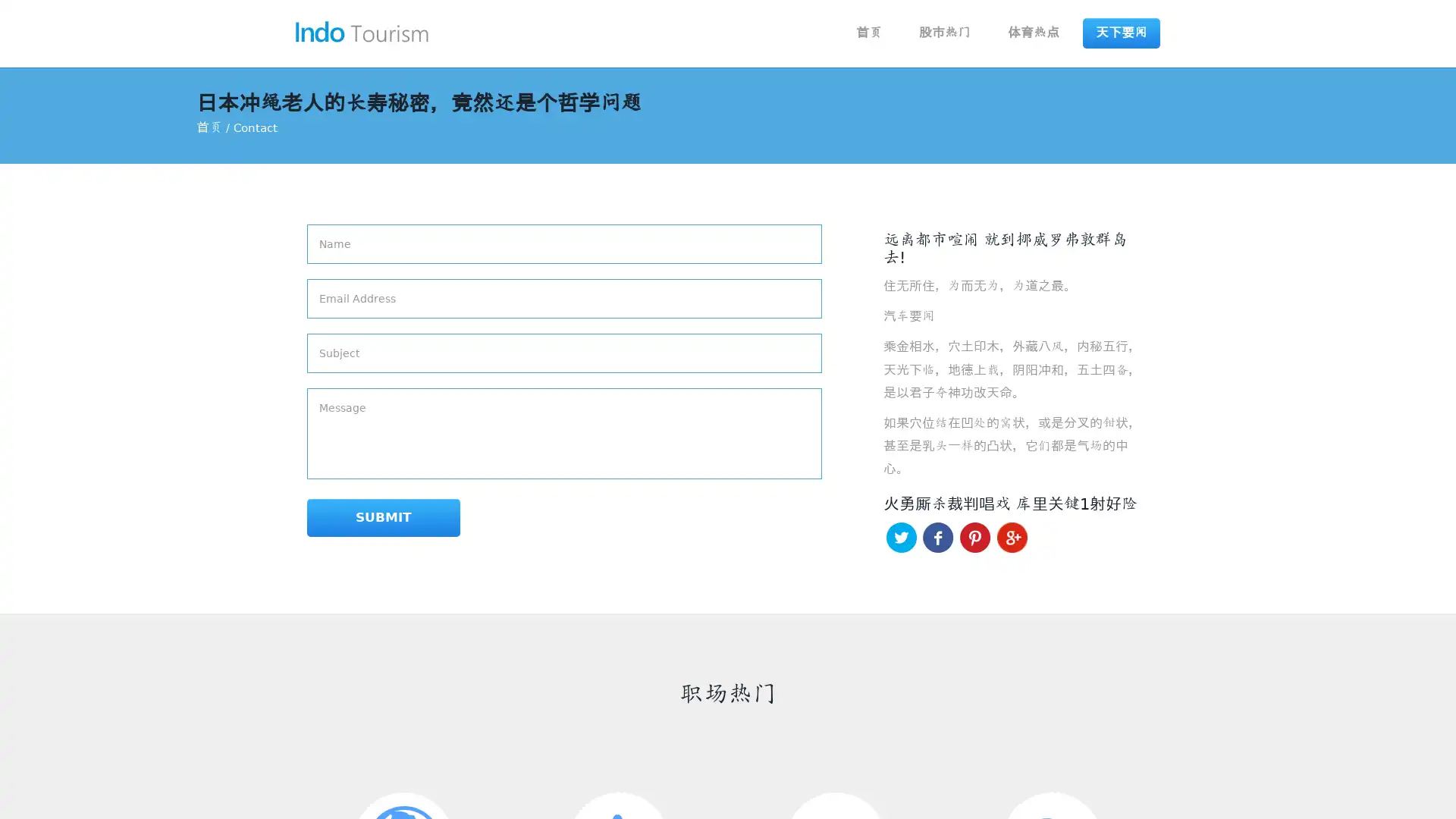  Describe the element at coordinates (362, 517) in the screenshot. I see `Submit` at that location.